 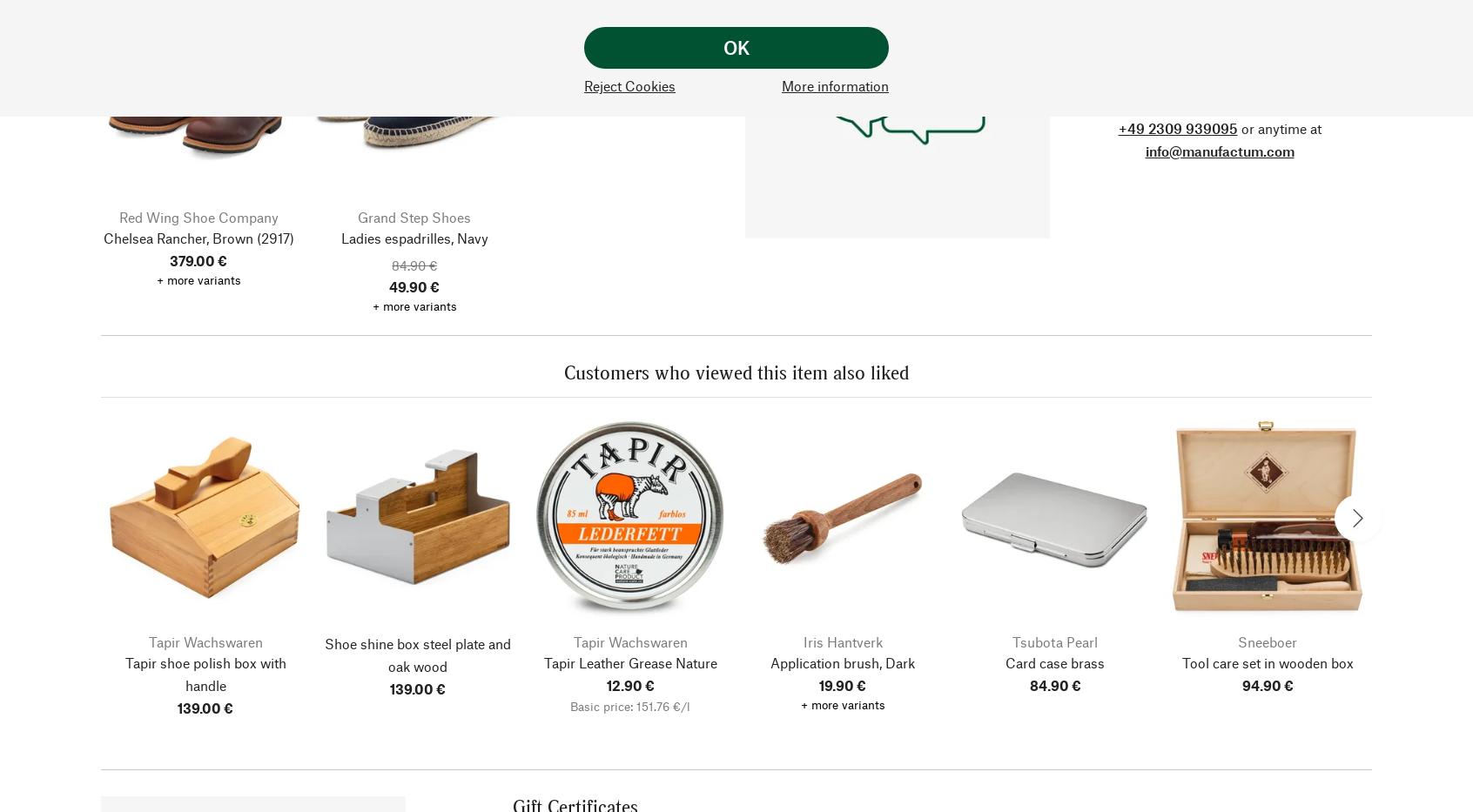 What do you see at coordinates (417, 653) in the screenshot?
I see `'Shoe shine box steel plate and oak wood'` at bounding box center [417, 653].